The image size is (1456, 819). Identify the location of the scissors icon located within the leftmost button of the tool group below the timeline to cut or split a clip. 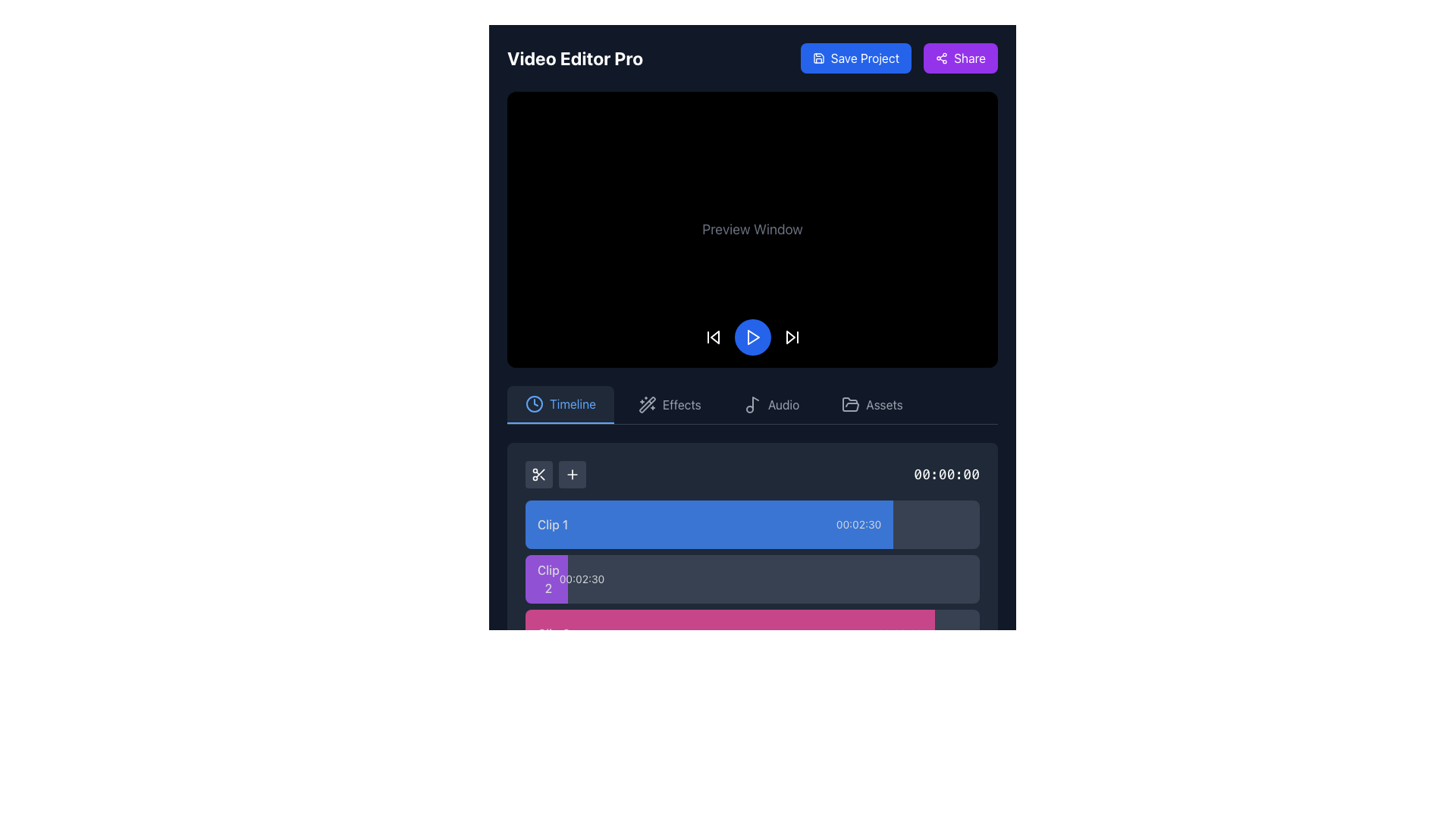
(538, 472).